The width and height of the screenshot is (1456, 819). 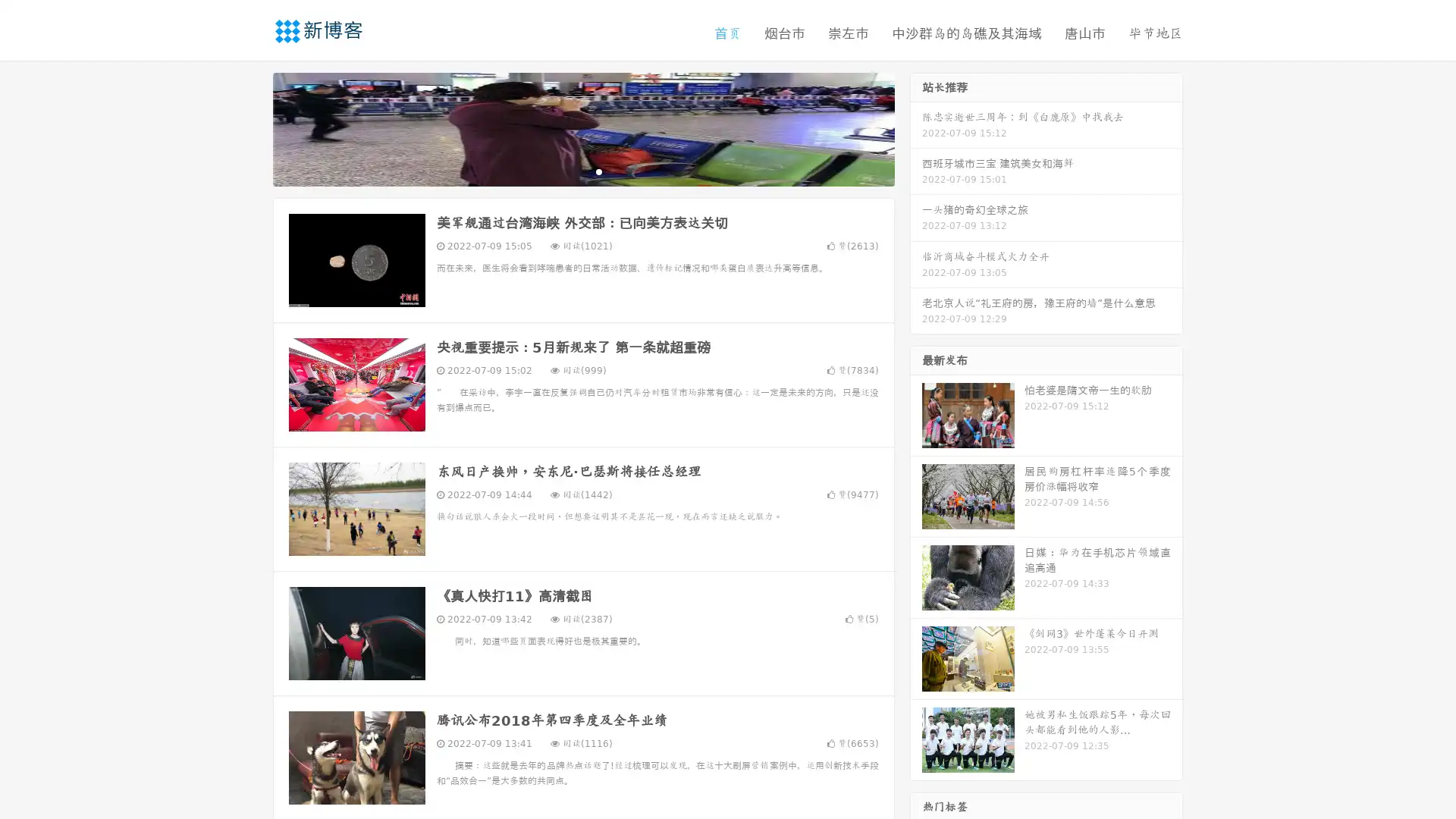 I want to click on Next slide, so click(x=916, y=127).